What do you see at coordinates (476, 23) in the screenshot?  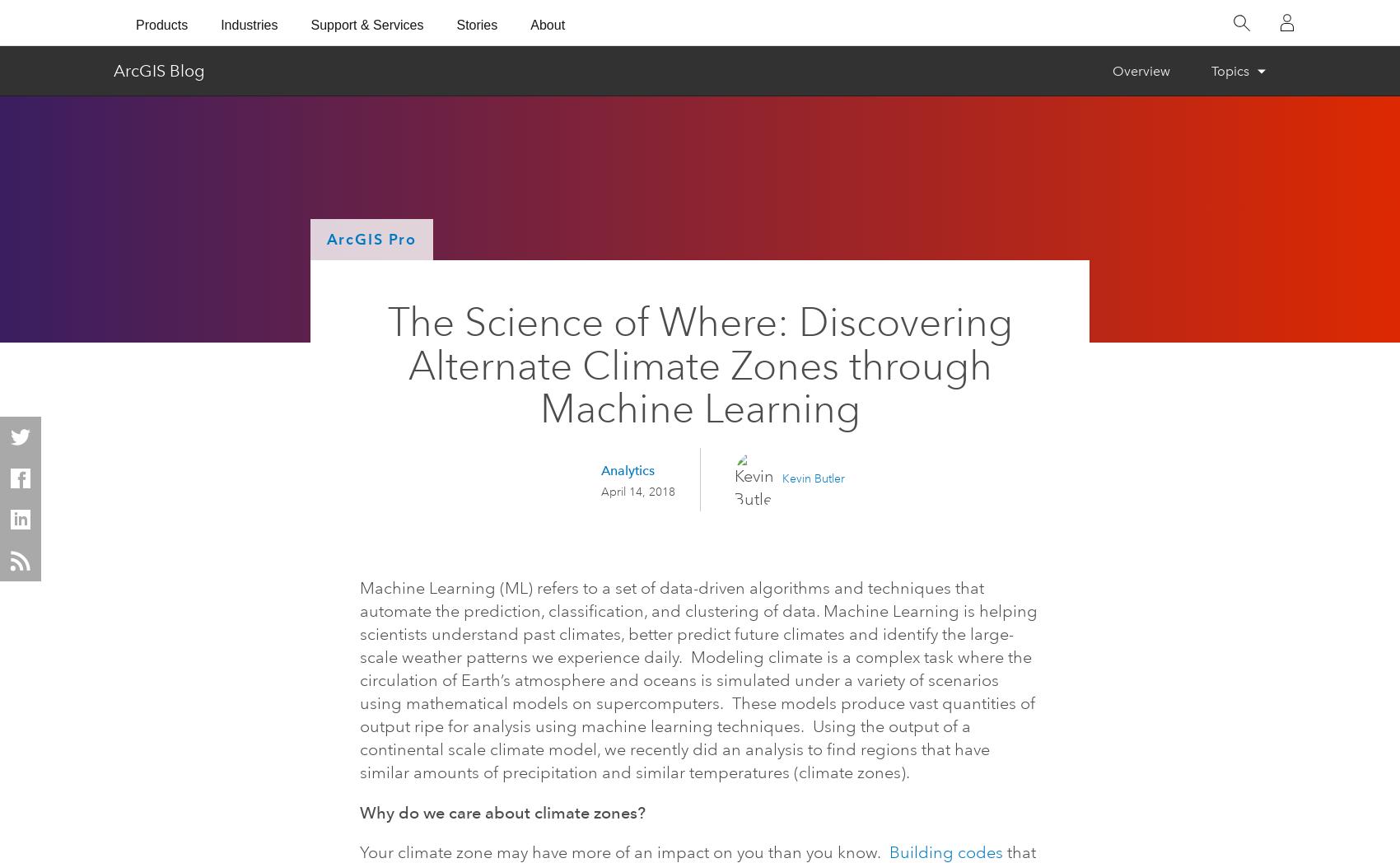 I see `'Stories'` at bounding box center [476, 23].